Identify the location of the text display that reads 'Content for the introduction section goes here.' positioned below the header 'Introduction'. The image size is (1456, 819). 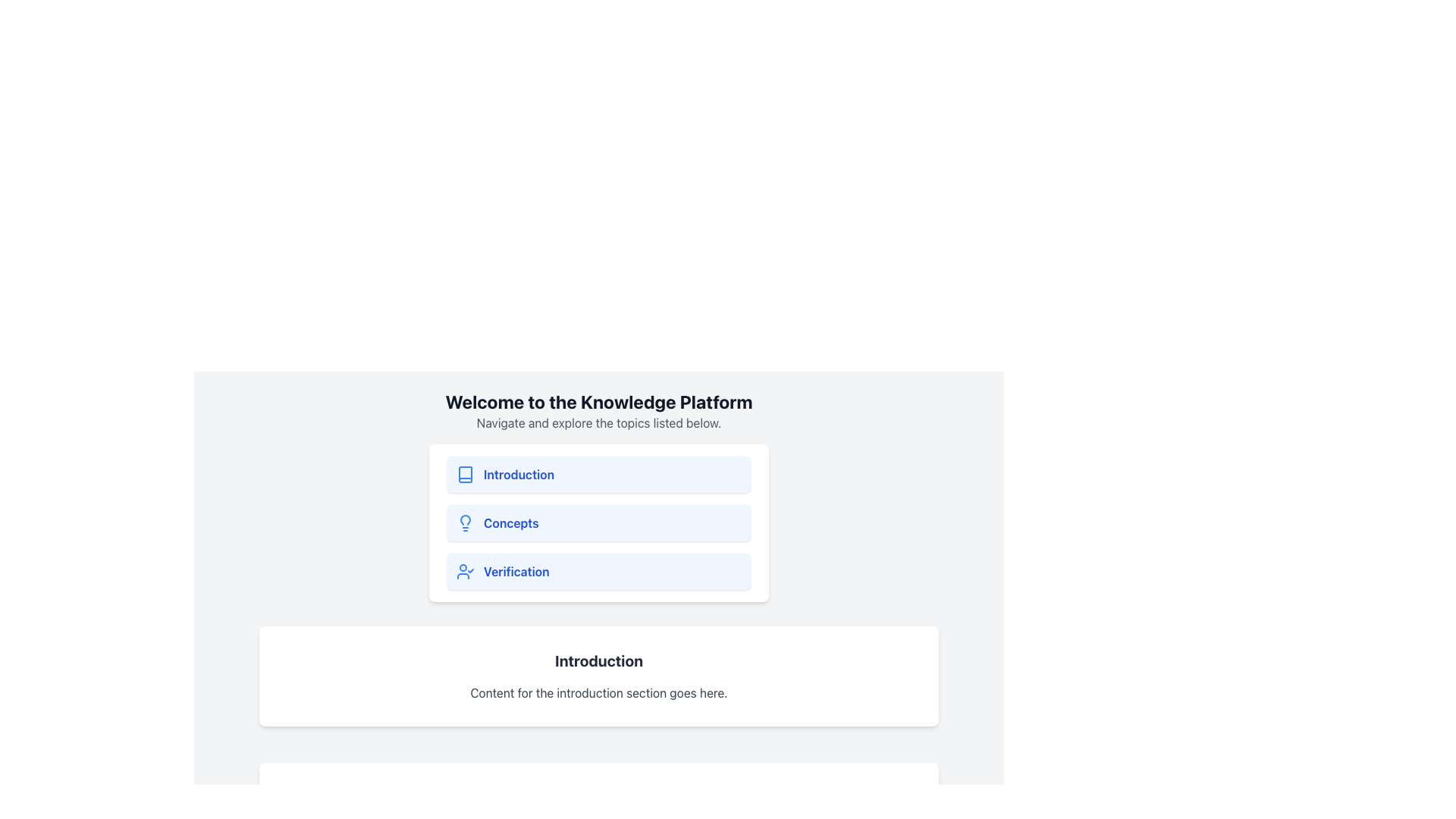
(598, 693).